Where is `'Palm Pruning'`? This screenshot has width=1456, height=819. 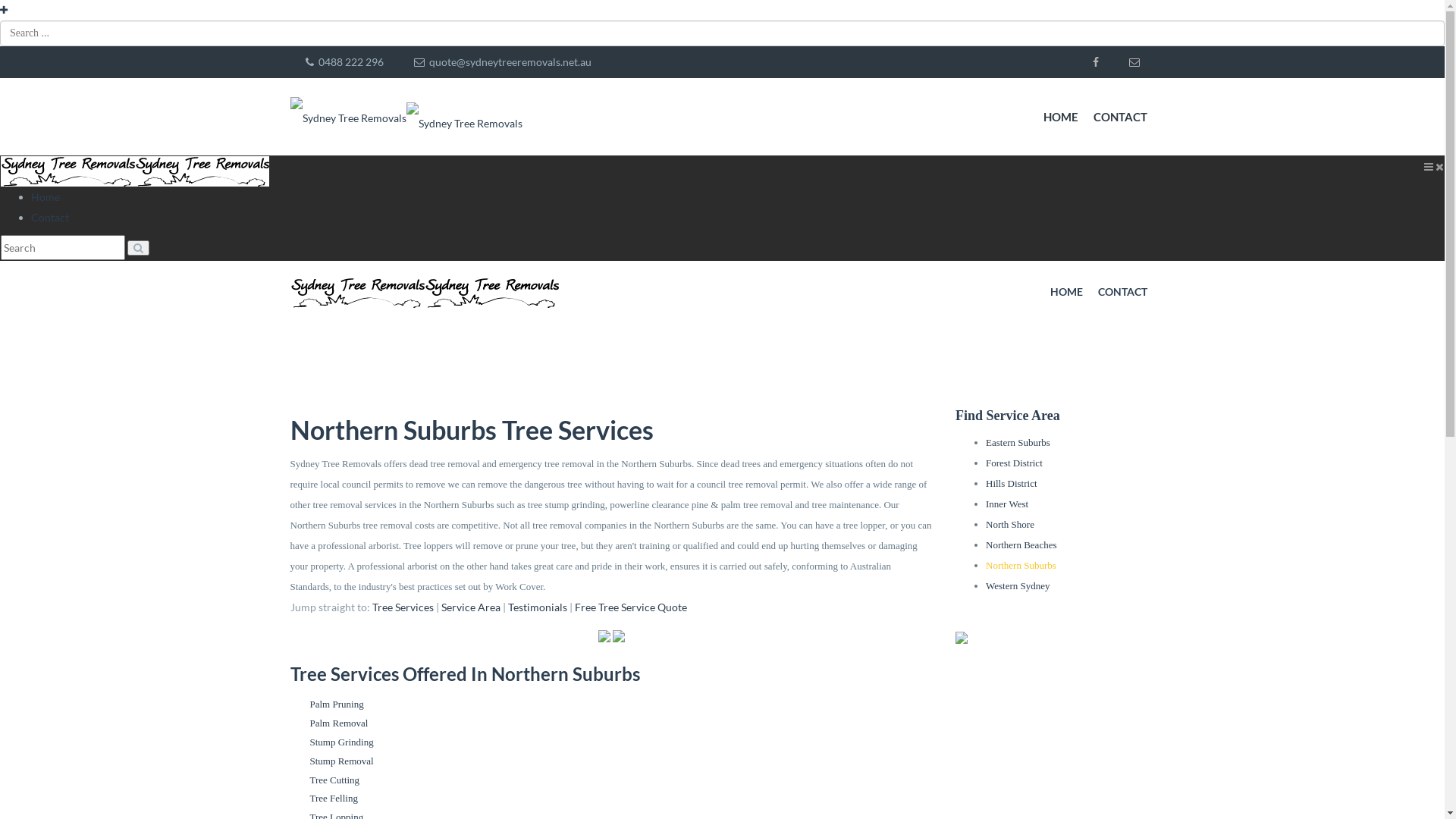 'Palm Pruning' is located at coordinates (335, 704).